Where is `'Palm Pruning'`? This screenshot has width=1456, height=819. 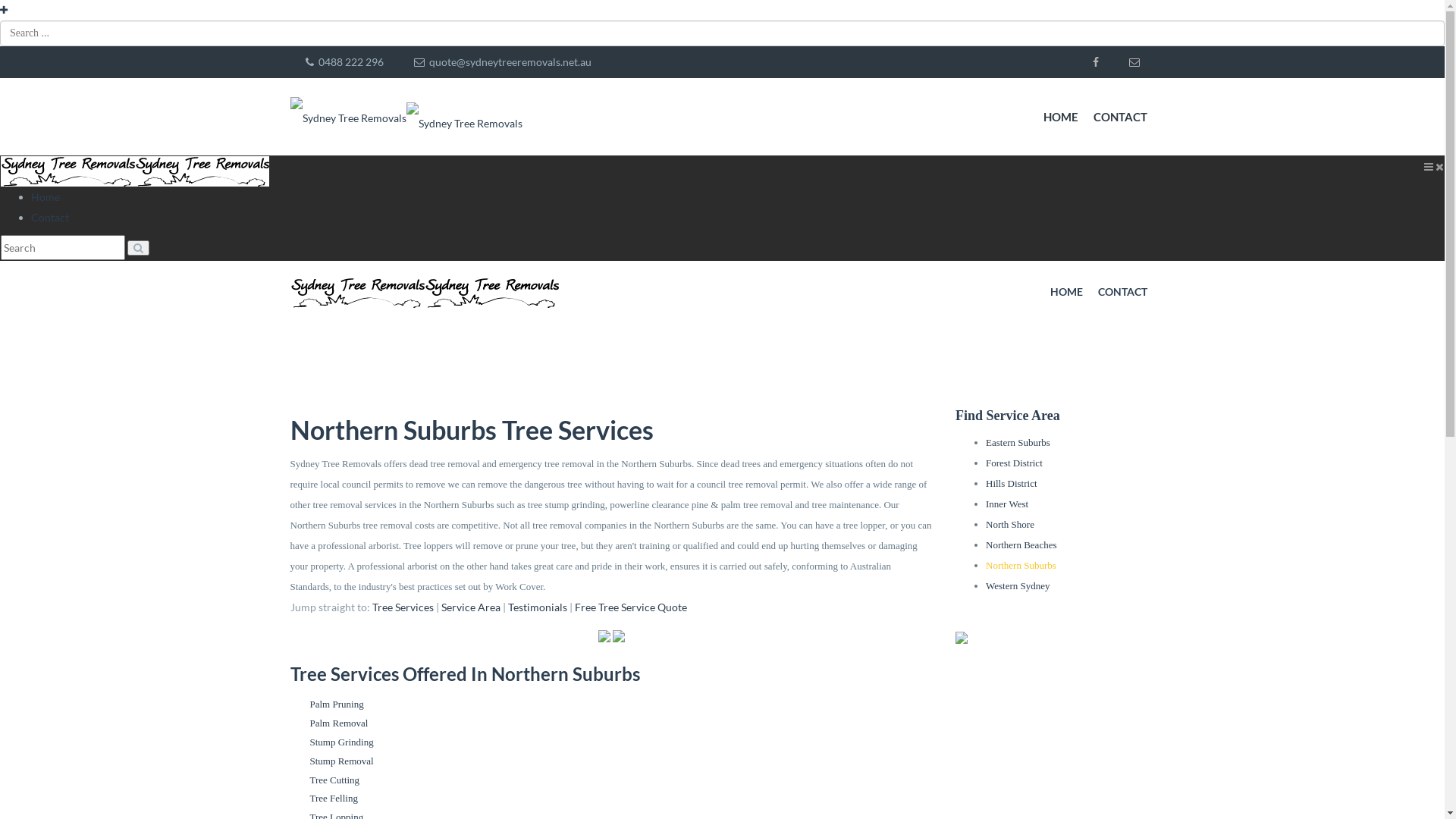 'Palm Pruning' is located at coordinates (335, 704).